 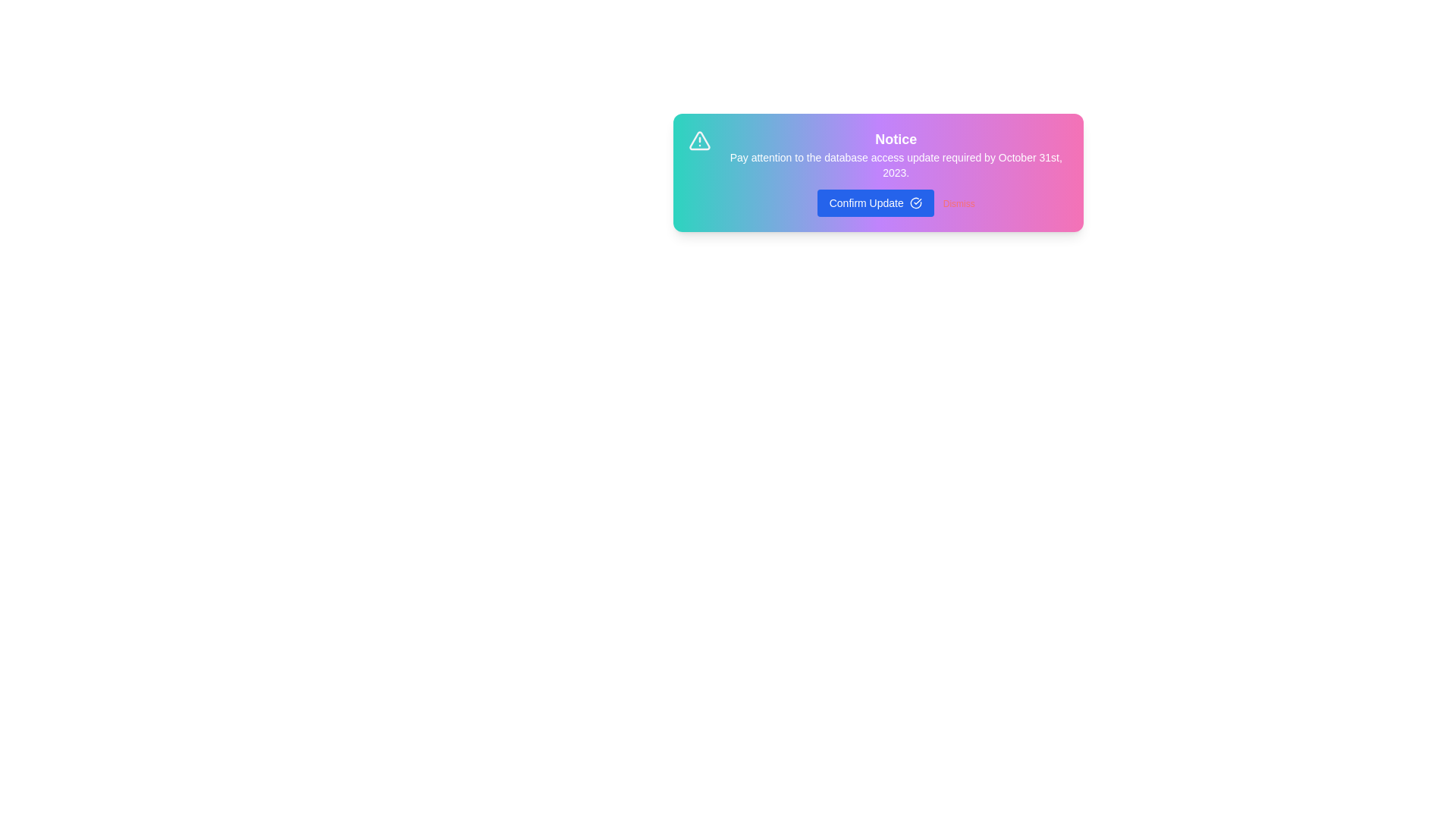 I want to click on the word 'access' in the alert message, so click(x=765, y=152).